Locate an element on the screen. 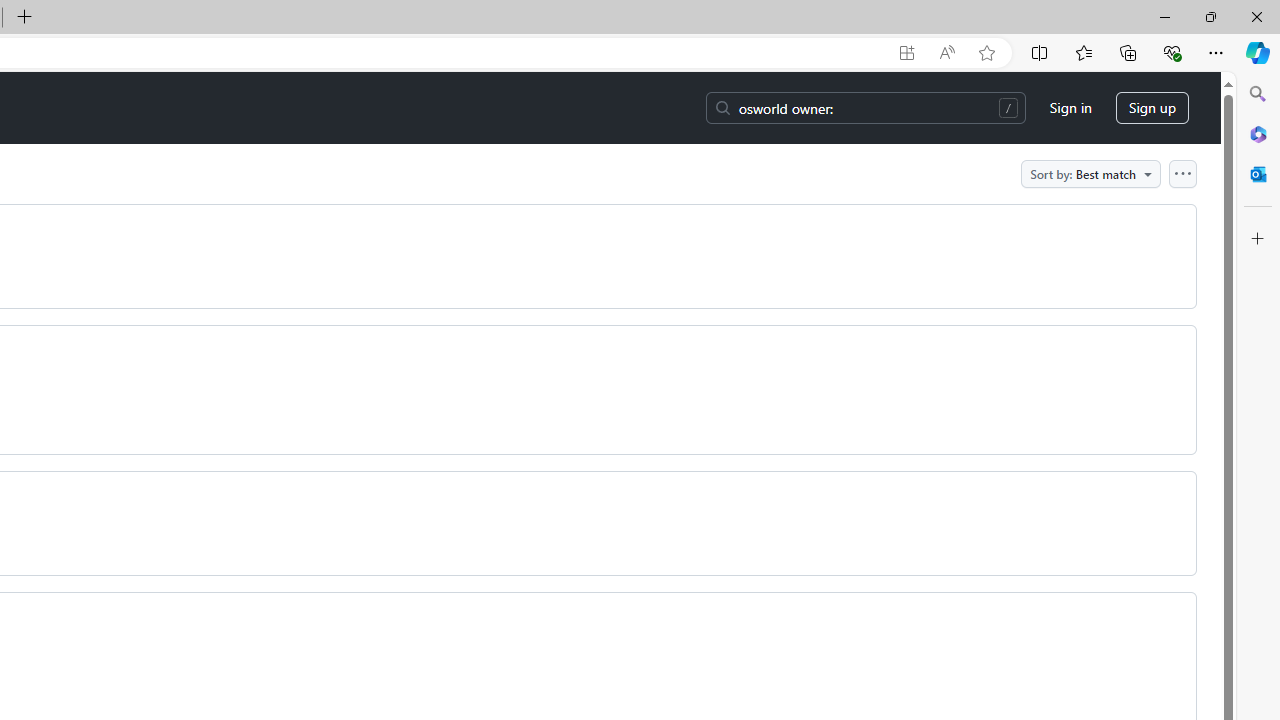  'Sign up' is located at coordinates (1152, 108).